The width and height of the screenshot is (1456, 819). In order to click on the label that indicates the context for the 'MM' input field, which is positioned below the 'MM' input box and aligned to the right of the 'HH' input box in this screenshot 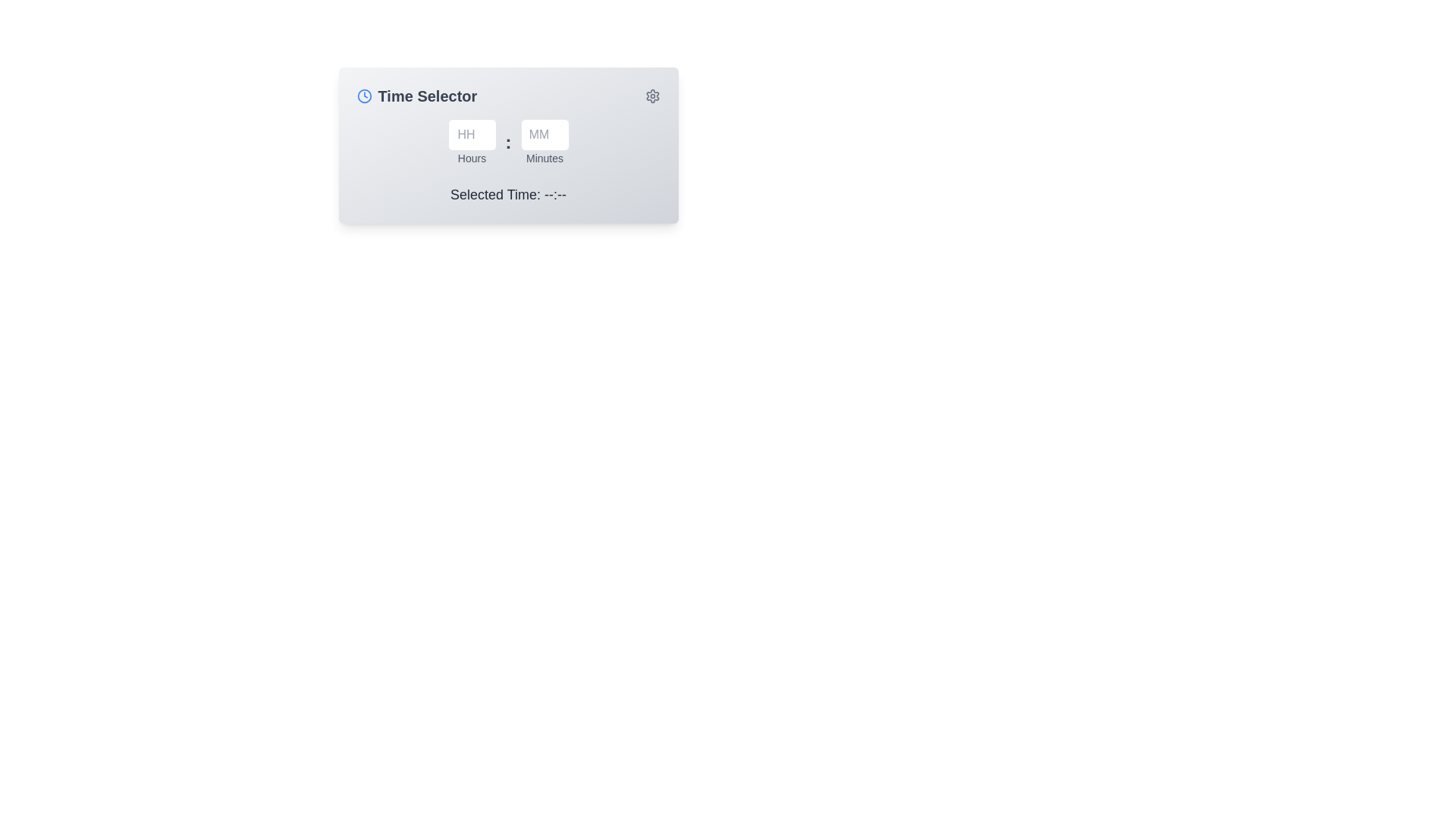, I will do `click(544, 158)`.